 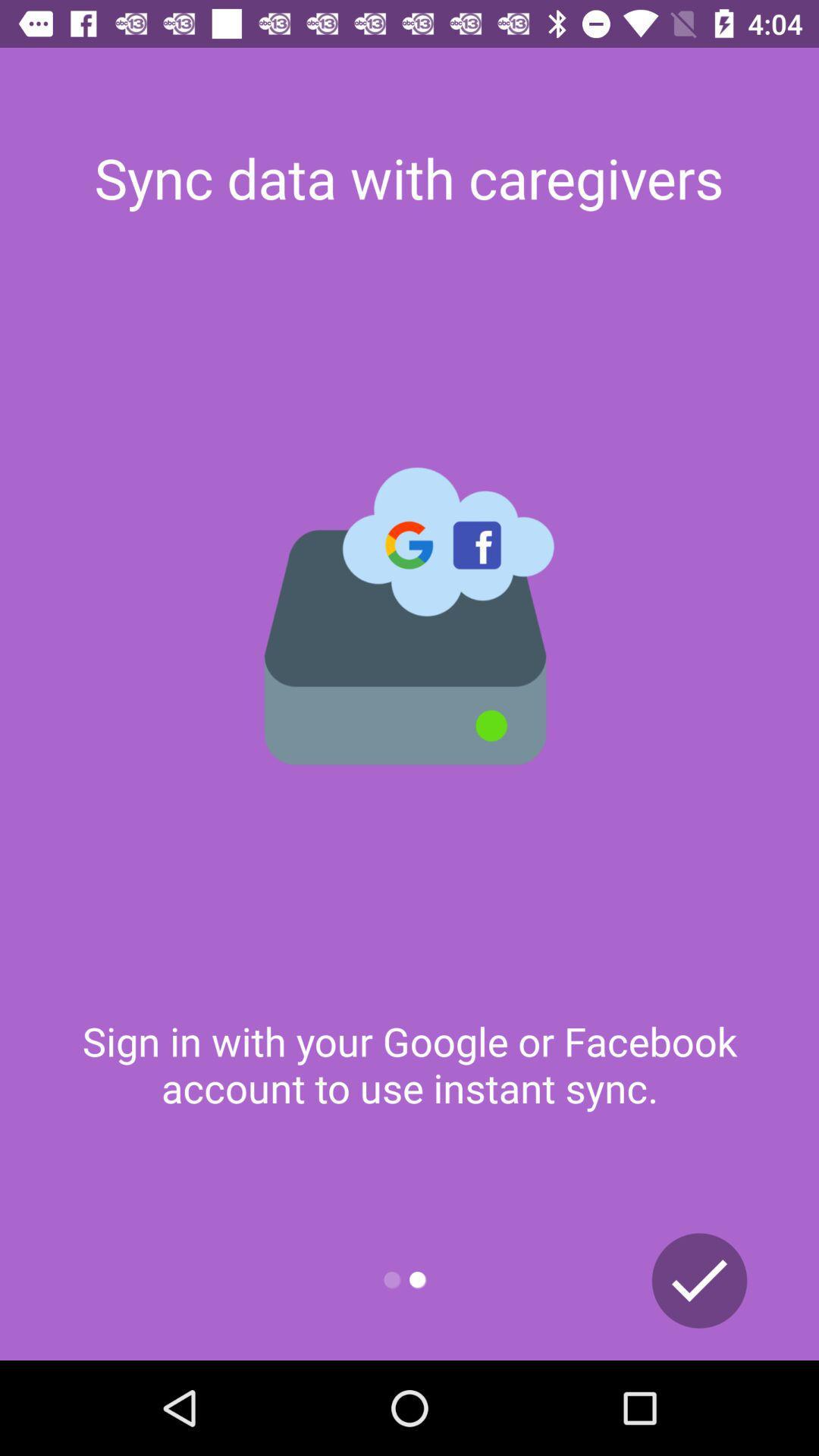 What do you see at coordinates (699, 1280) in the screenshot?
I see `the check icon` at bounding box center [699, 1280].